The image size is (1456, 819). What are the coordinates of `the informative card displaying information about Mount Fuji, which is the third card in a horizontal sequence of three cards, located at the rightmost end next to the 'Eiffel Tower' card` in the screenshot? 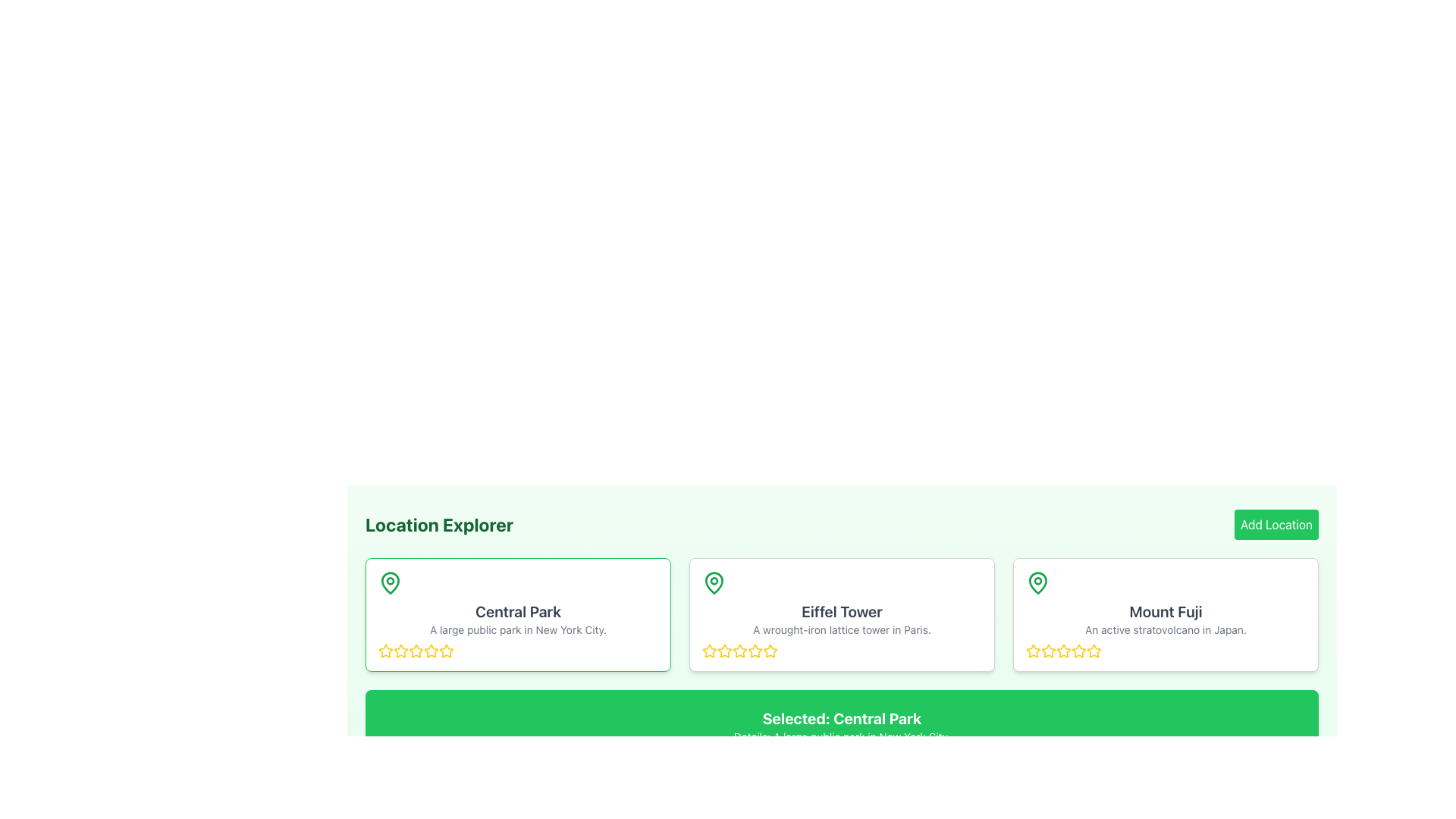 It's located at (1165, 614).